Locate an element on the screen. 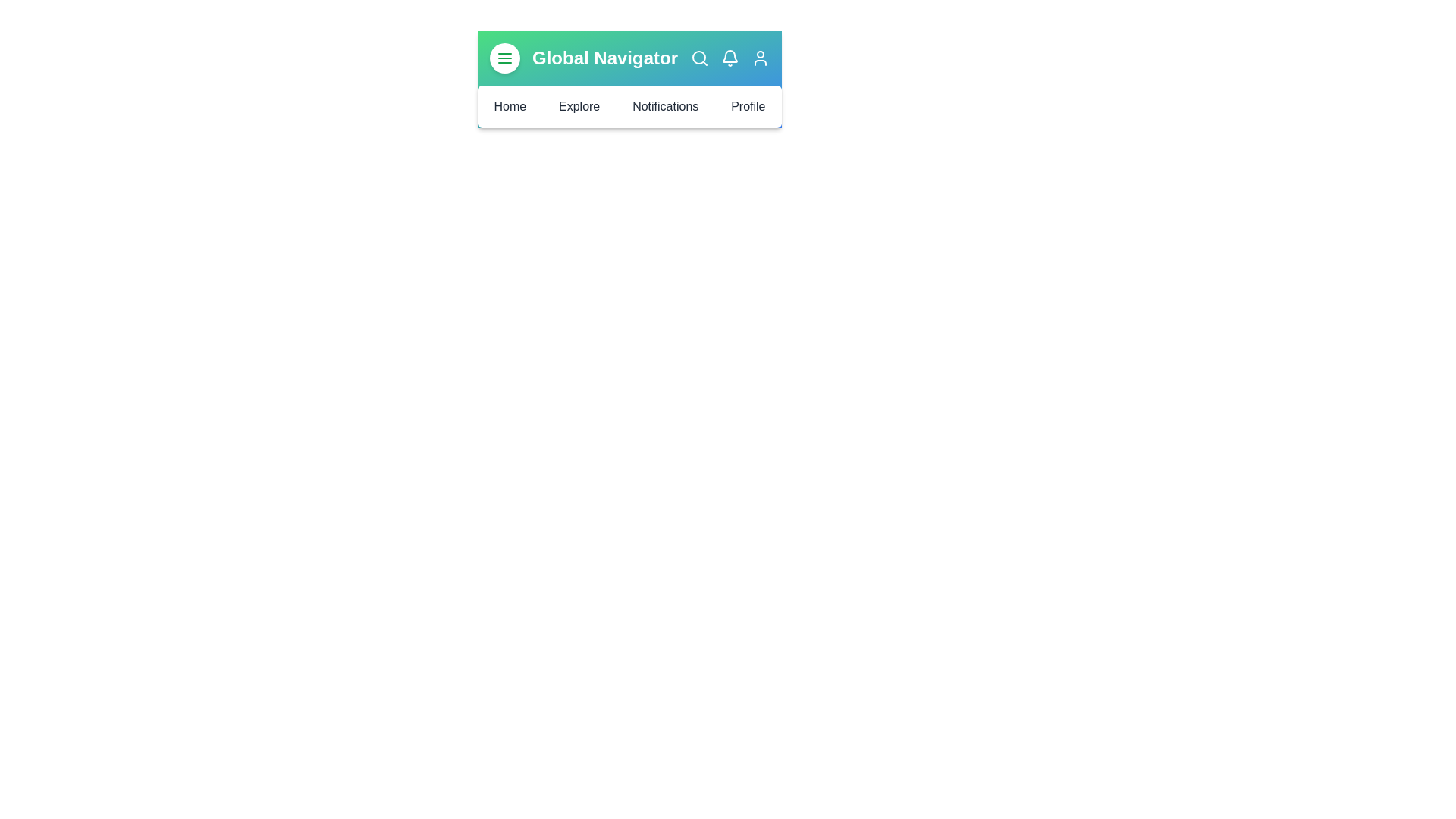 This screenshot has width=1456, height=819. the navigation menu item Home to navigate to the corresponding section is located at coordinates (510, 106).